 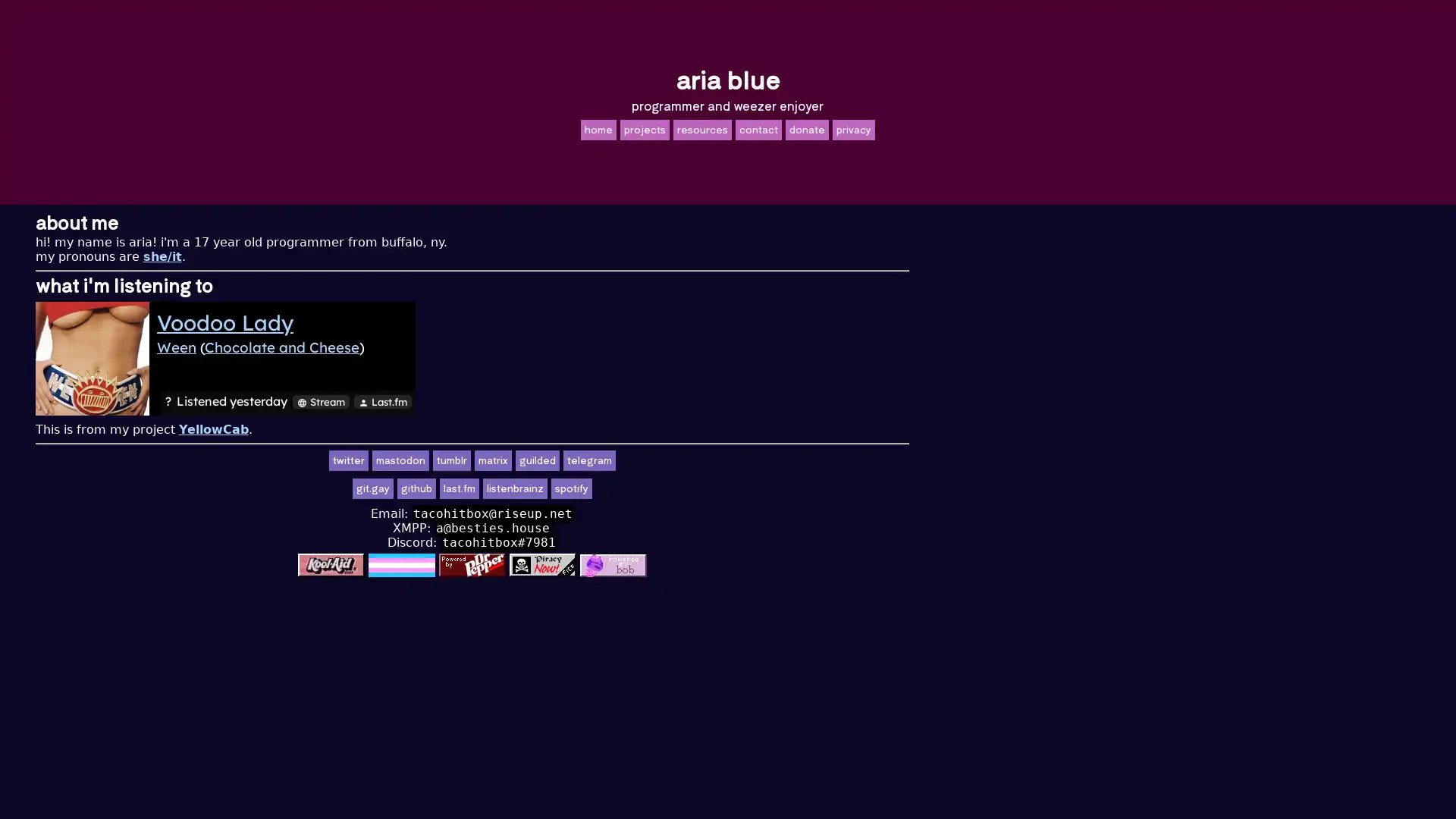 I want to click on matrix, so click(x=748, y=460).